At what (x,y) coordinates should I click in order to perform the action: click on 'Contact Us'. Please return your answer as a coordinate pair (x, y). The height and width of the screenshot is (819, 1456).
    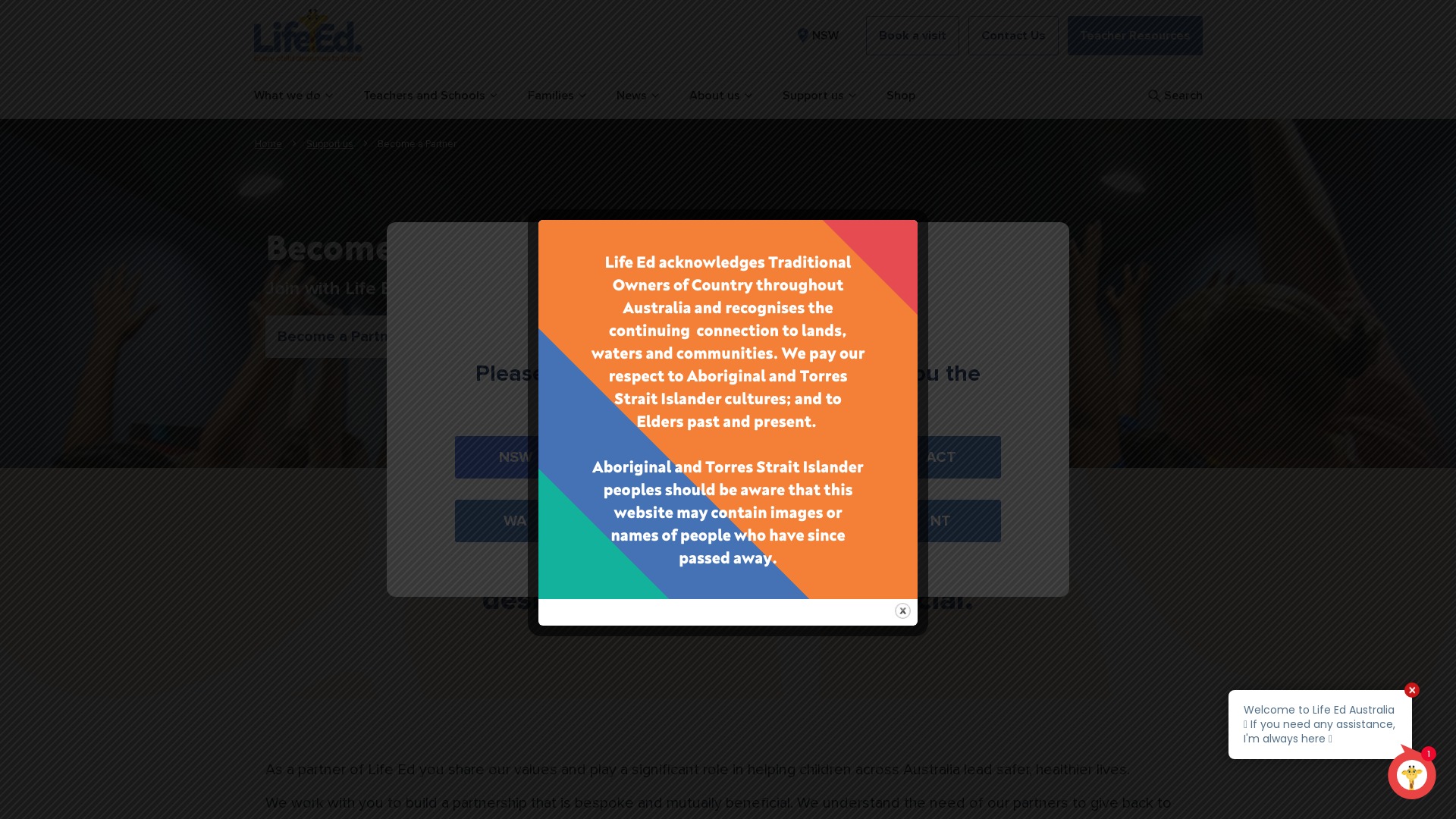
    Looking at the image, I should click on (967, 34).